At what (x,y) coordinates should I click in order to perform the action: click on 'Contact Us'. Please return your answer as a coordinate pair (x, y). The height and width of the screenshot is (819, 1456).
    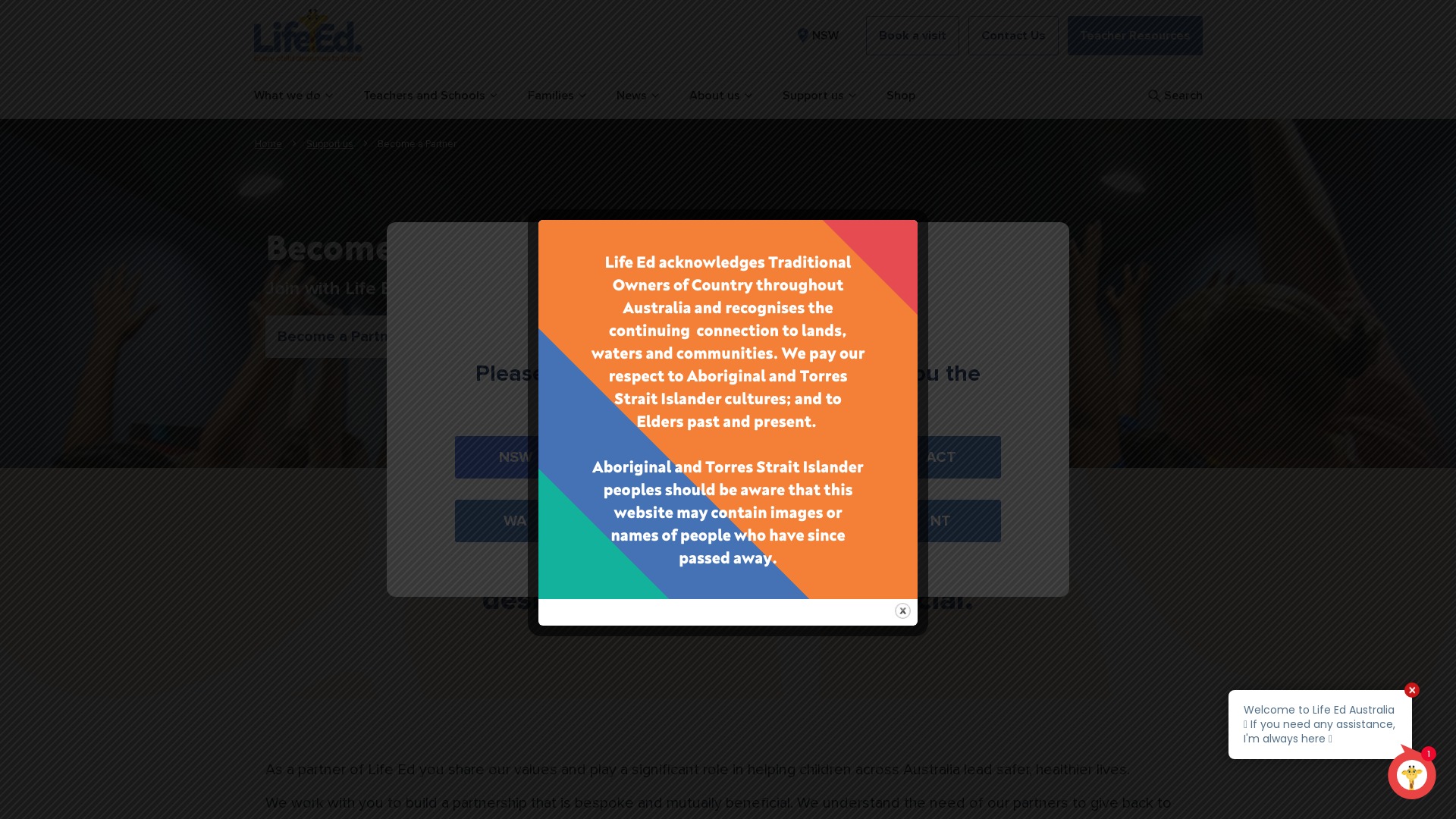
    Looking at the image, I should click on (967, 34).